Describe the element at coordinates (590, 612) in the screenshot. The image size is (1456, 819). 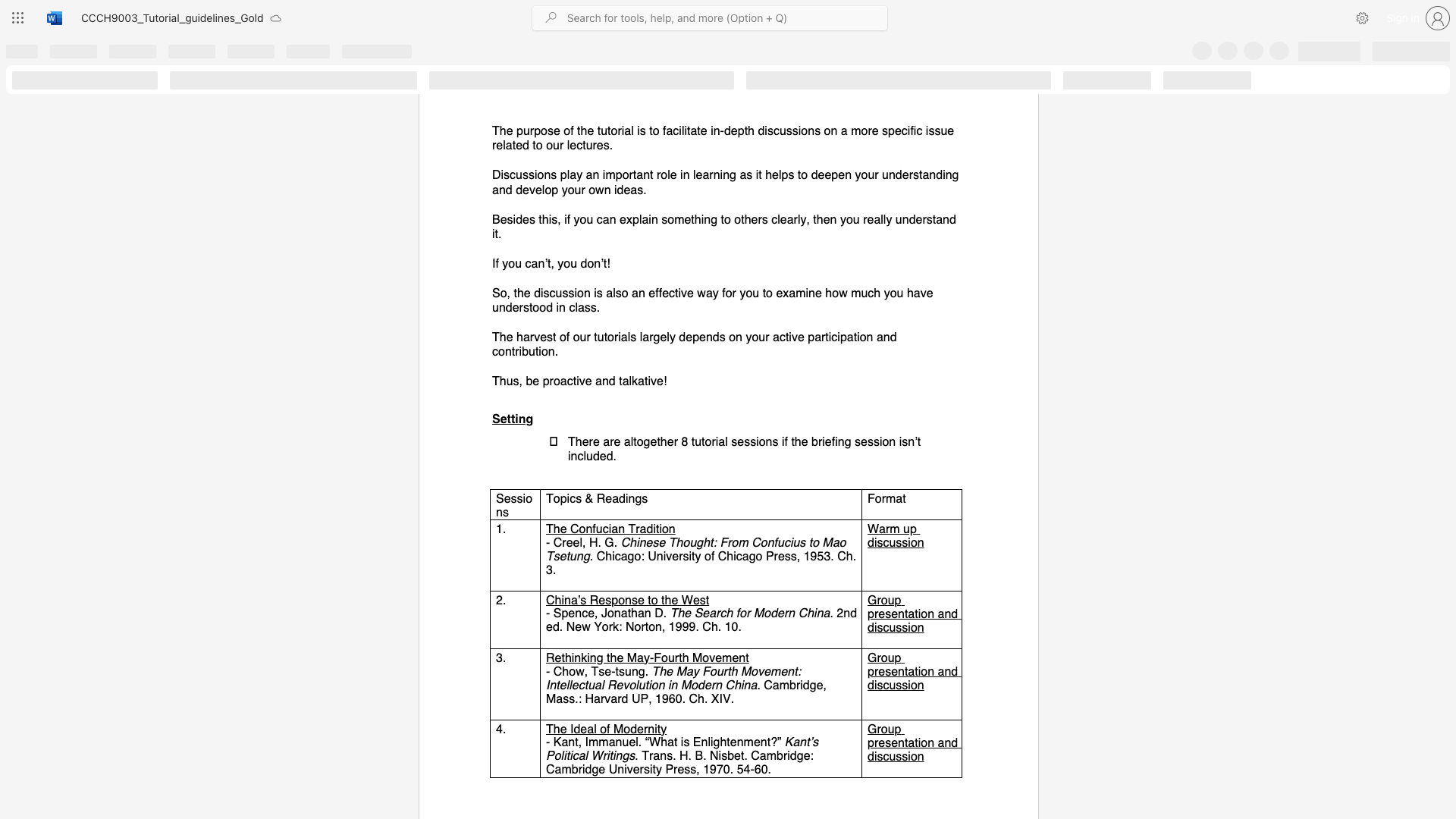
I see `the 2th character "e" in the text` at that location.